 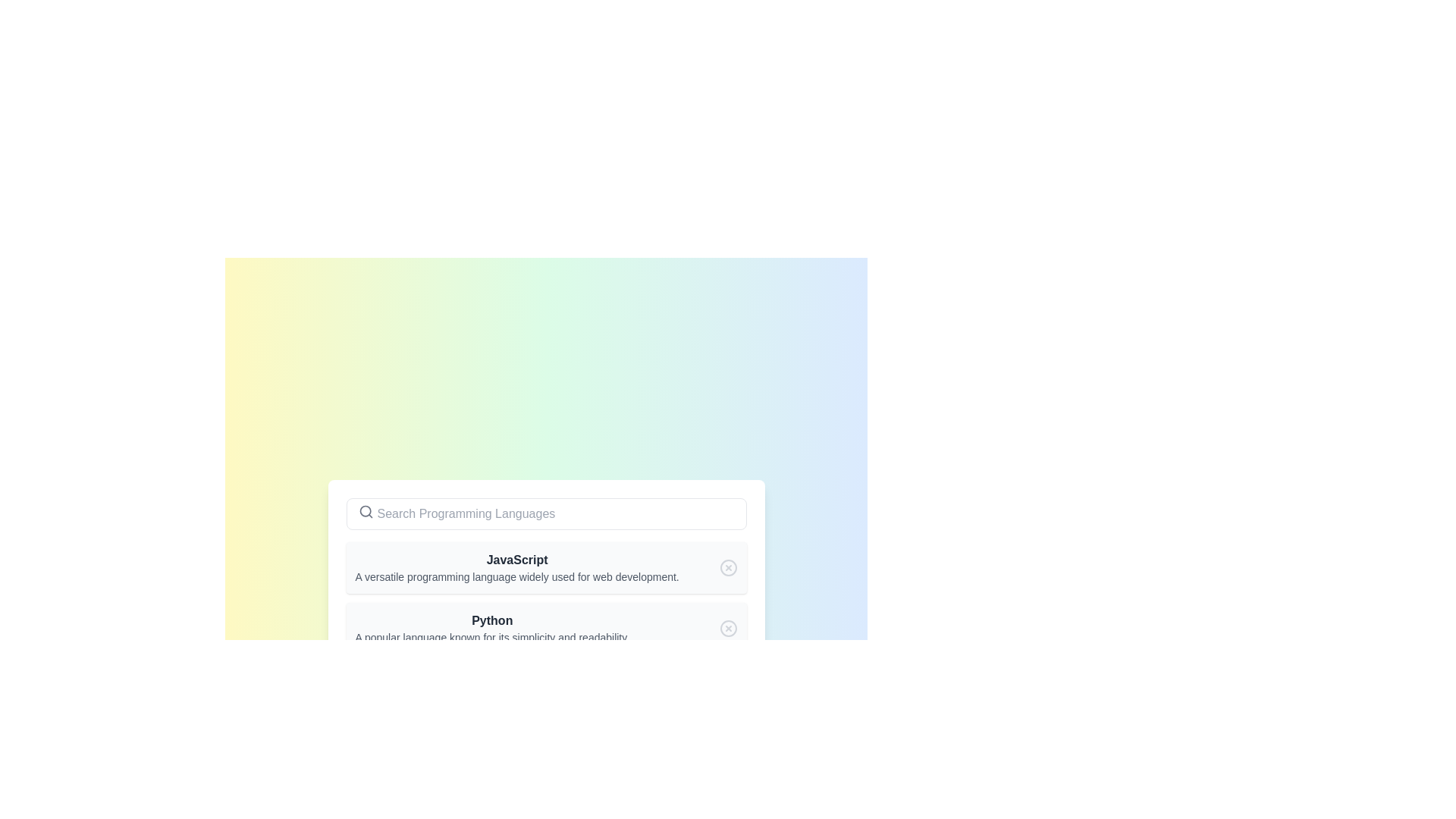 What do you see at coordinates (517, 567) in the screenshot?
I see `the text block that describes the programming language 'JavaScript'` at bounding box center [517, 567].